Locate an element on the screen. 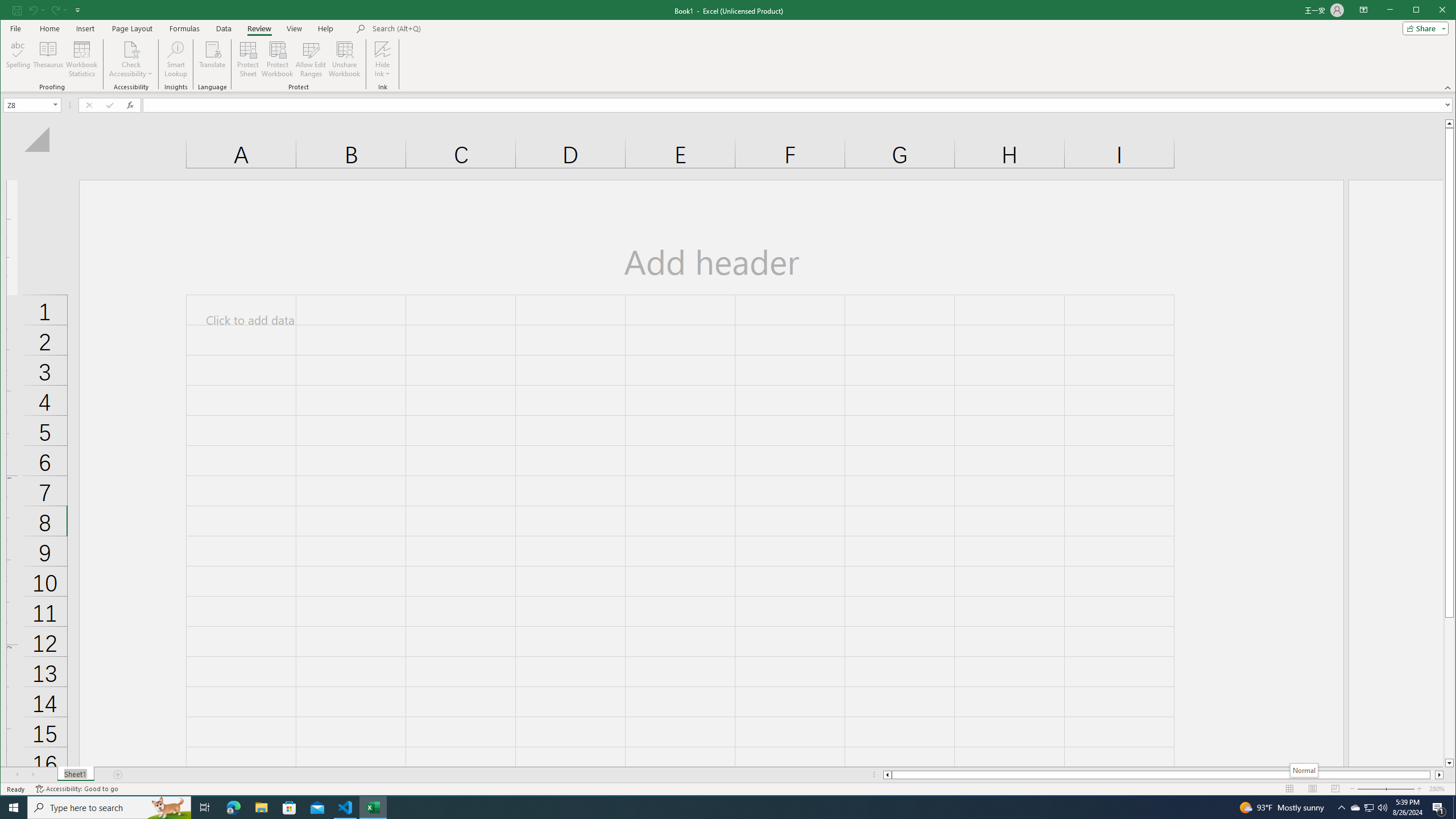  'Protect Sheet...' is located at coordinates (248, 59).